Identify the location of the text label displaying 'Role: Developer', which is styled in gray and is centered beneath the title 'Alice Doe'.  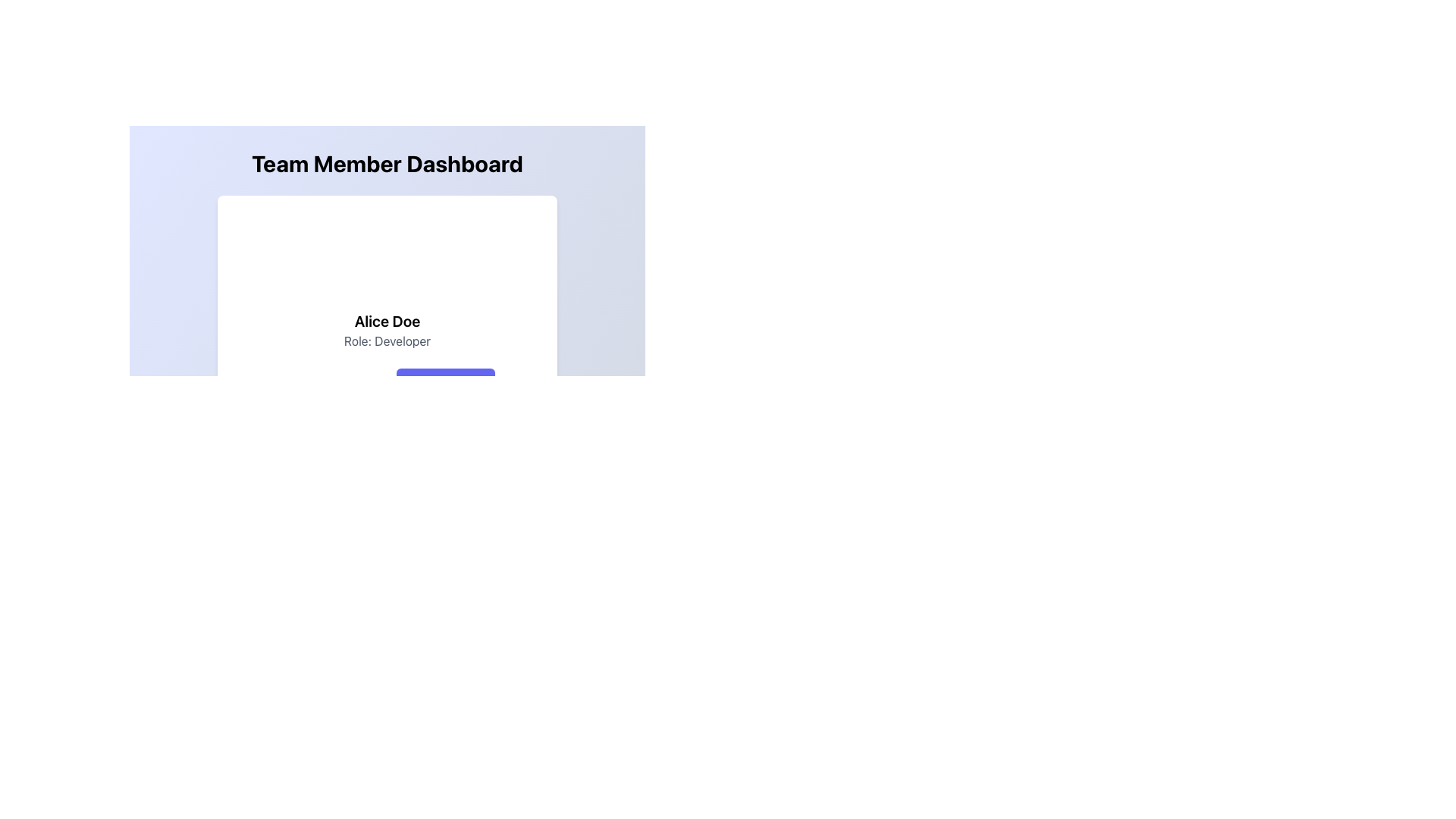
(387, 341).